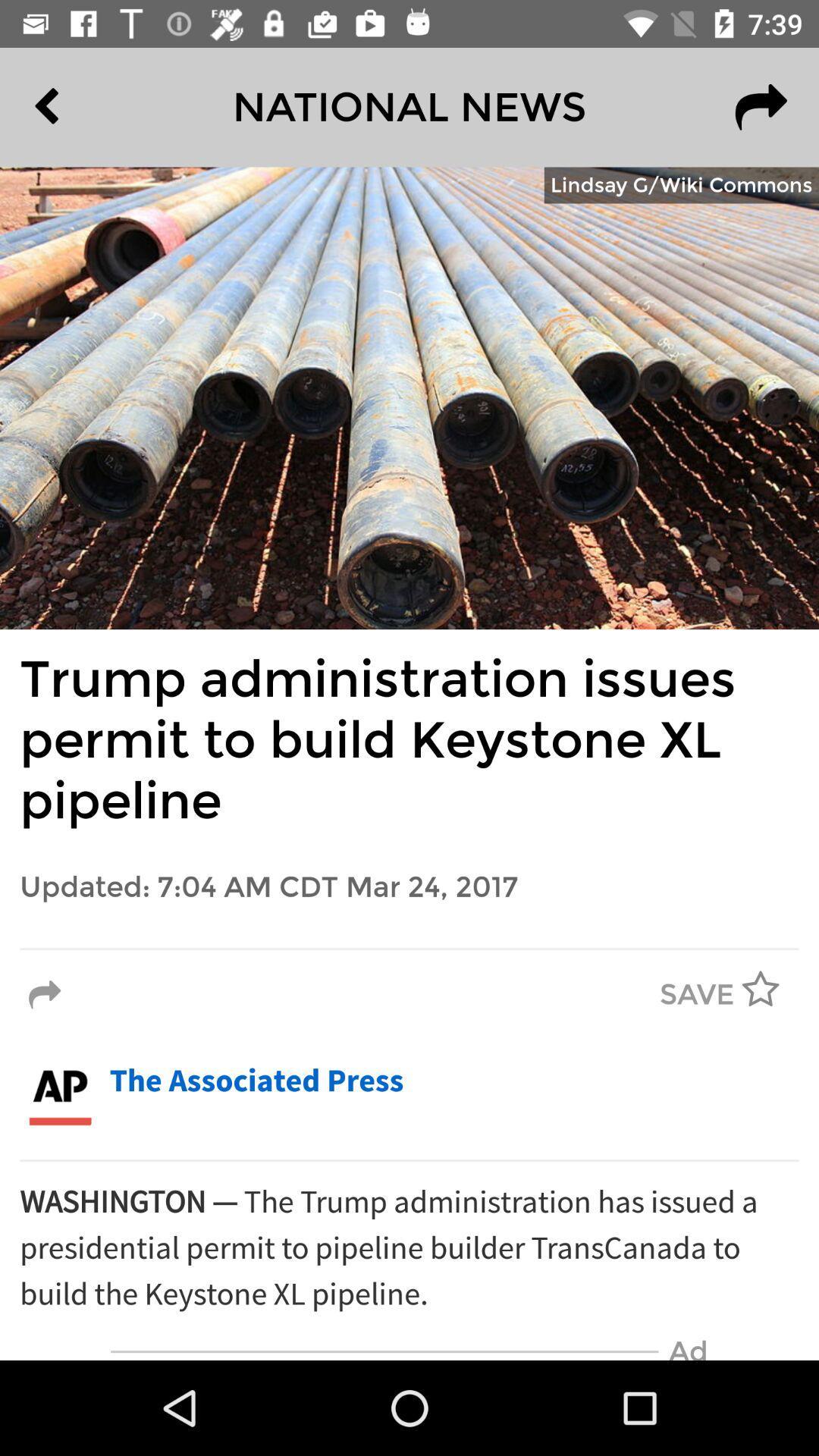 This screenshot has width=819, height=1456. I want to click on icon to the left of national news, so click(81, 106).